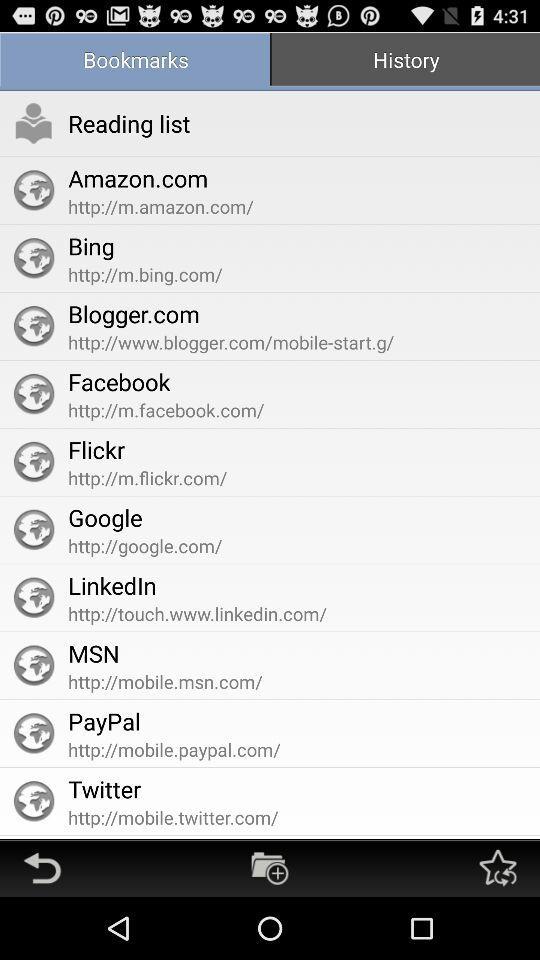 This screenshot has width=540, height=960. What do you see at coordinates (129, 122) in the screenshot?
I see `icon above the amazon.com app` at bounding box center [129, 122].